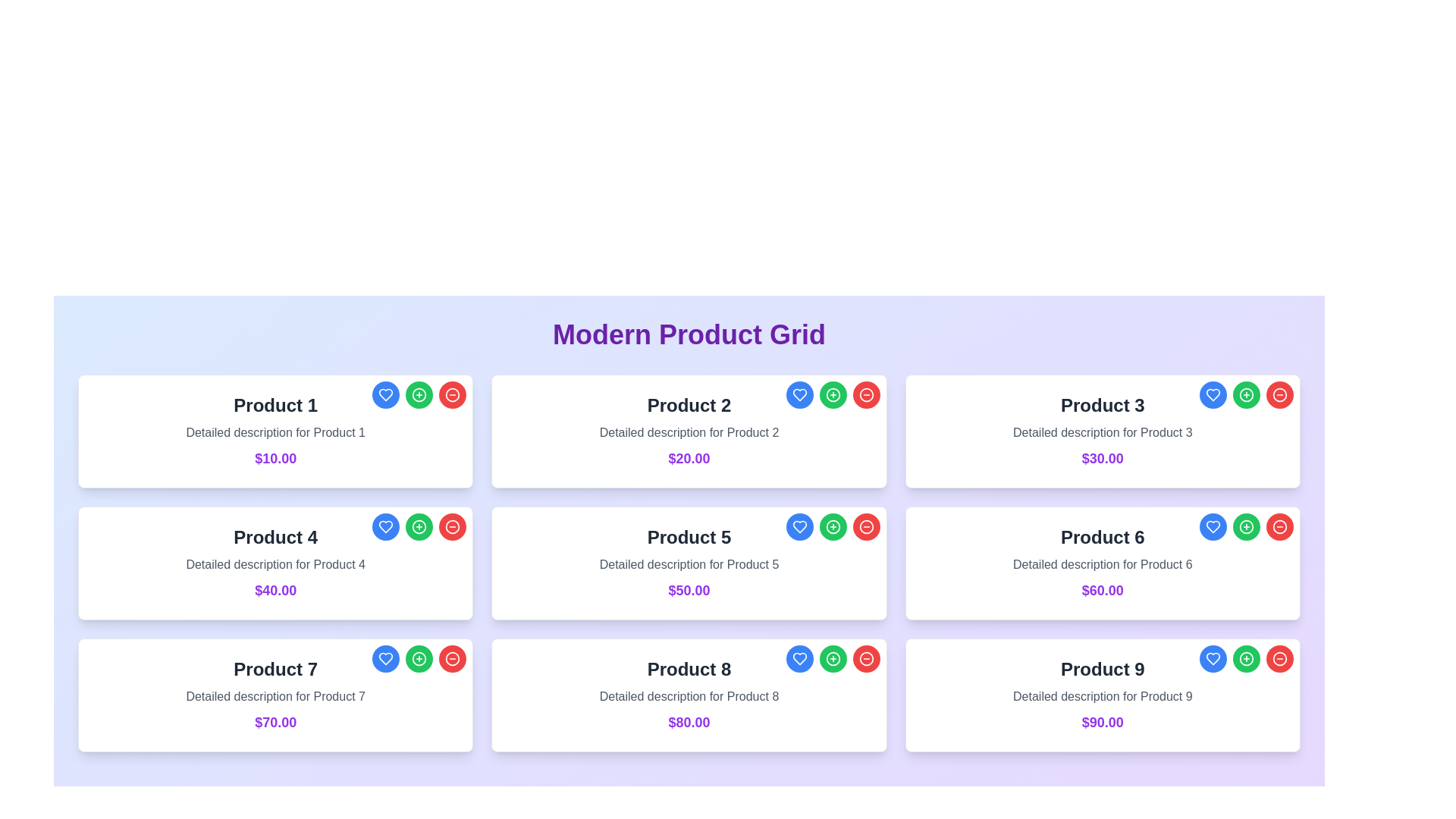  What do you see at coordinates (1279, 657) in the screenshot?
I see `the SVG Circle Element located at the top-right corner of the card labeled 'Product 9' in the grid` at bounding box center [1279, 657].